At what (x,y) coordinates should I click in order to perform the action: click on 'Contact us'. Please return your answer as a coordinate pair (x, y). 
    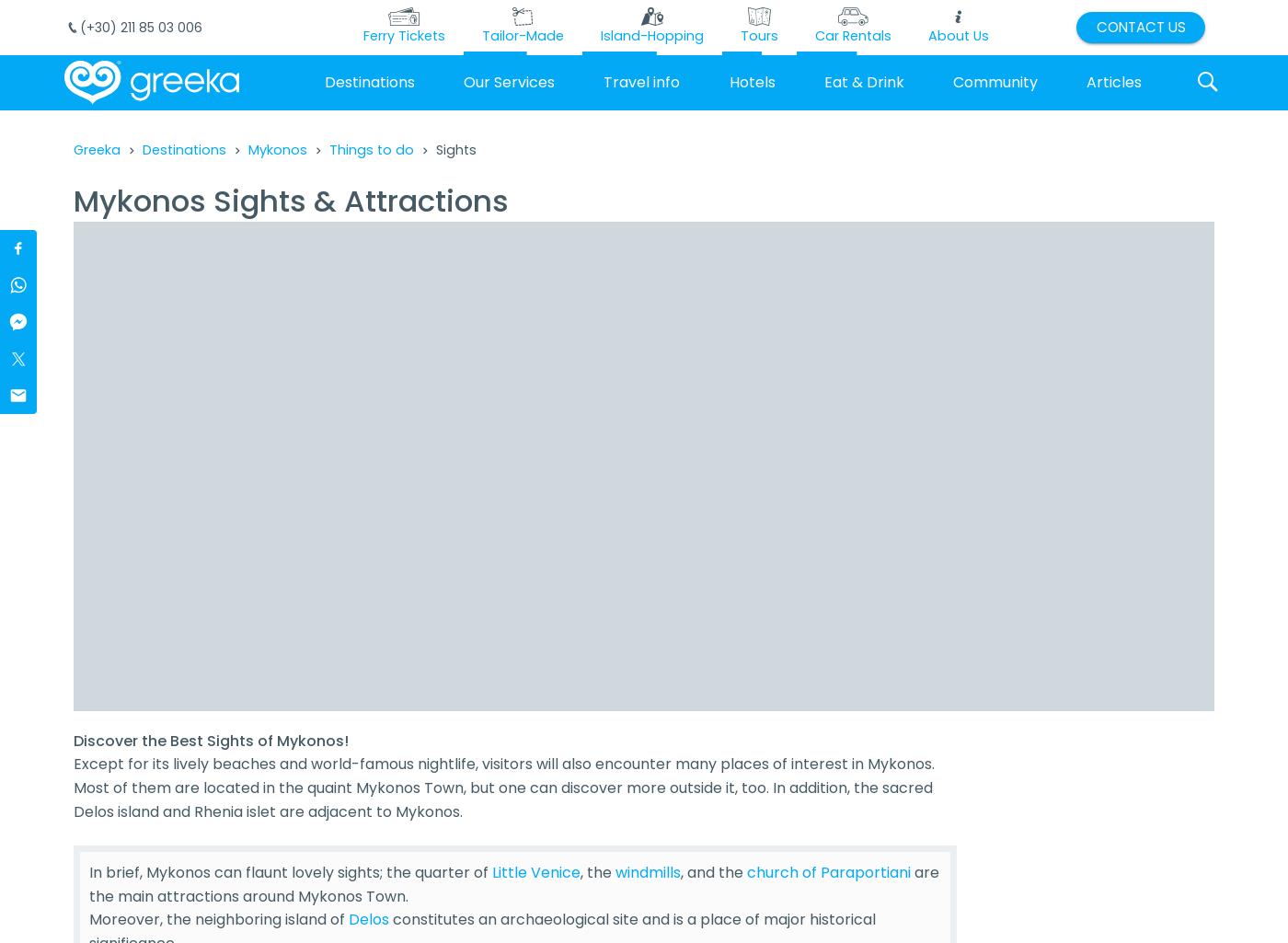
    Looking at the image, I should click on (1140, 26).